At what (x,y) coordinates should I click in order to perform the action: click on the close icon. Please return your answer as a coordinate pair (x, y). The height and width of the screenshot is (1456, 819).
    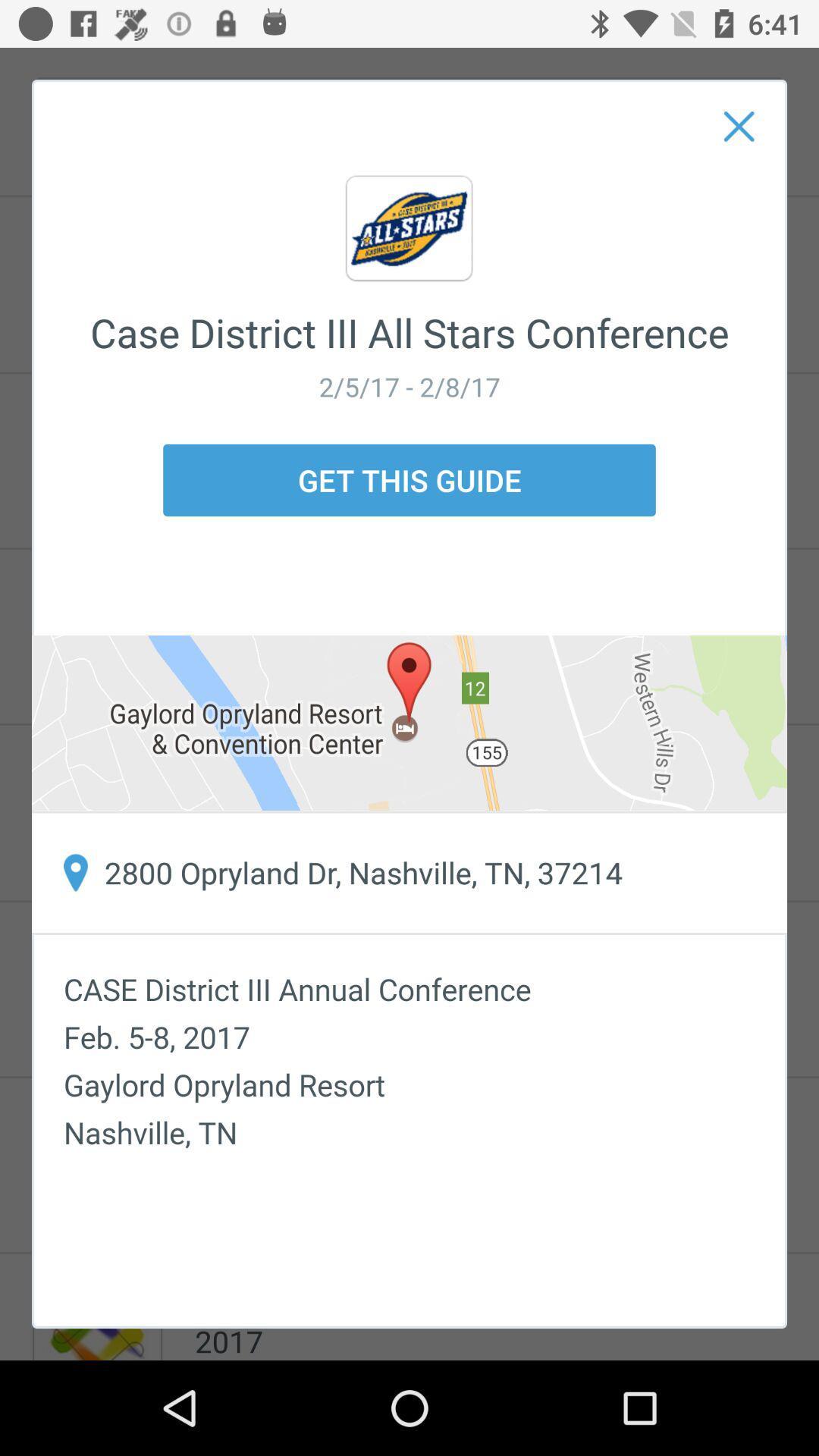
    Looking at the image, I should click on (739, 127).